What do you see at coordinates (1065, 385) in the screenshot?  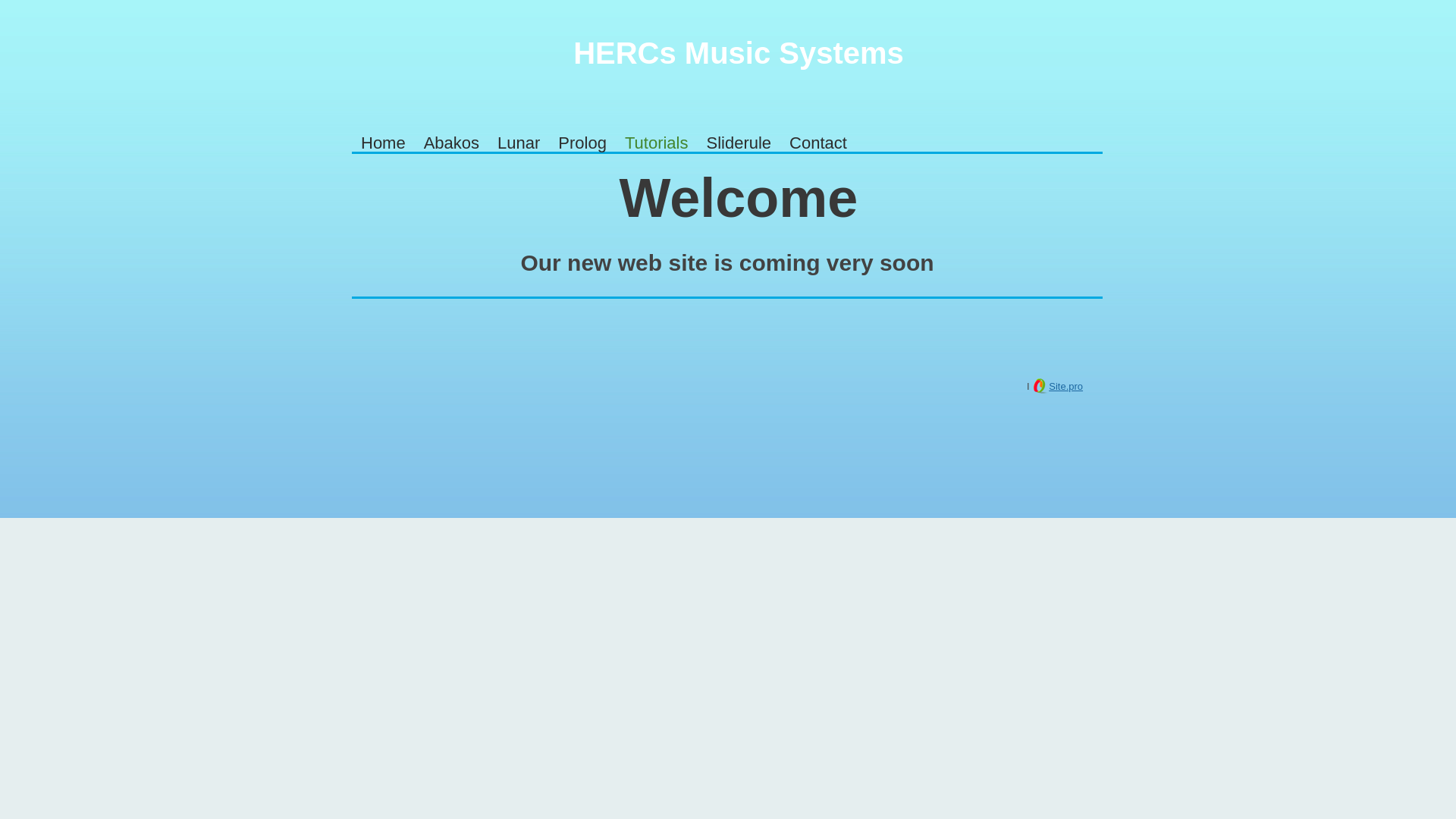 I see `'Site.pro'` at bounding box center [1065, 385].